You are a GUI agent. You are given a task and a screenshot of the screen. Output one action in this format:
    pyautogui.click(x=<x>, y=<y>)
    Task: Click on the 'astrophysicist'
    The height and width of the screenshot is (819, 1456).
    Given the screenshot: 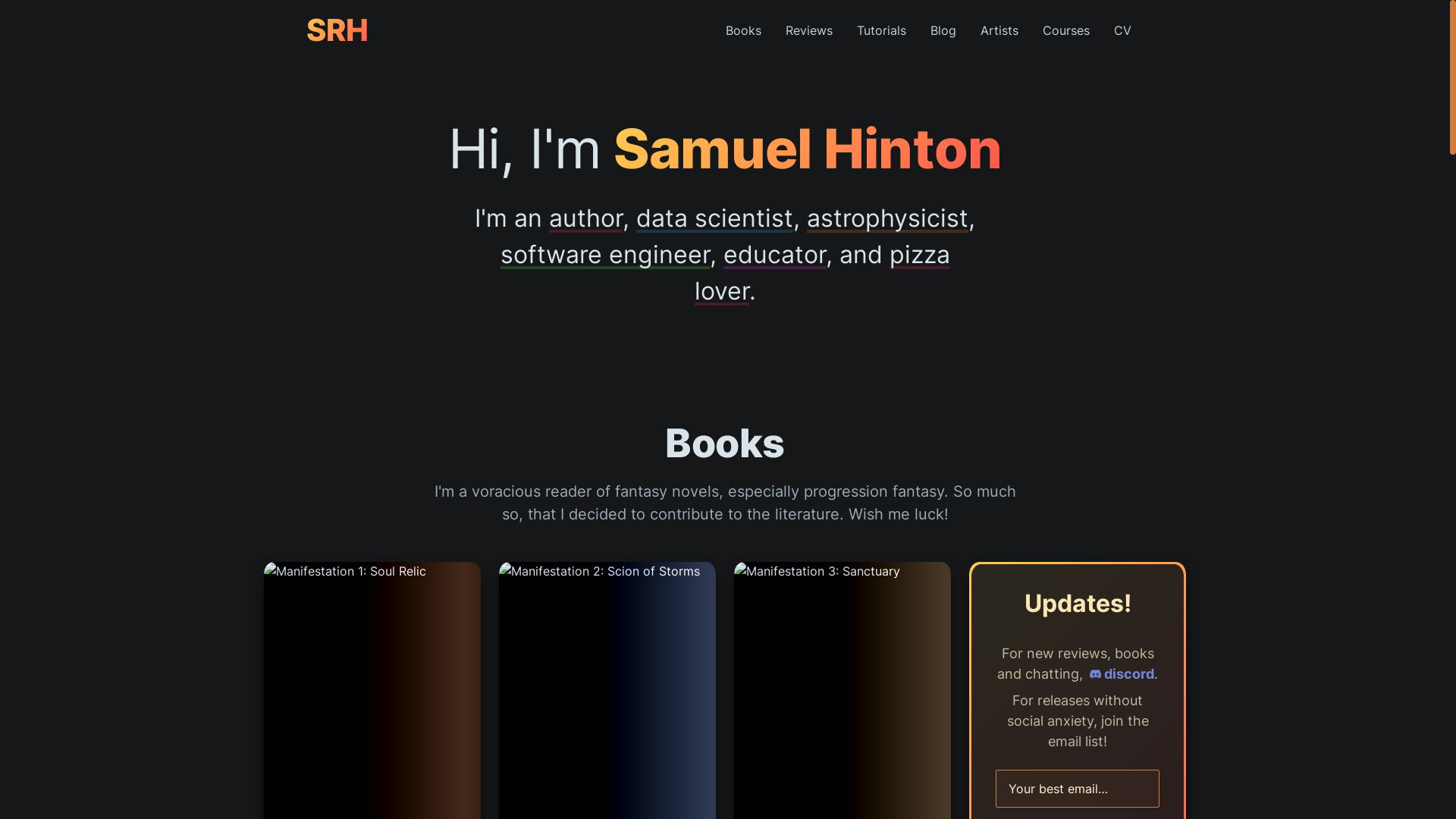 What is the action you would take?
    pyautogui.click(x=887, y=218)
    